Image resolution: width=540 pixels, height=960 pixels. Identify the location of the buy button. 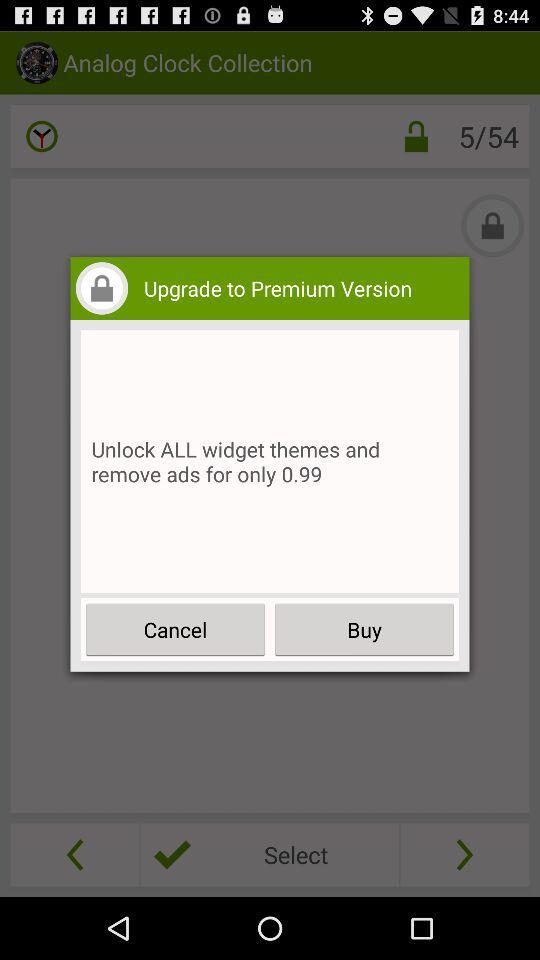
(363, 628).